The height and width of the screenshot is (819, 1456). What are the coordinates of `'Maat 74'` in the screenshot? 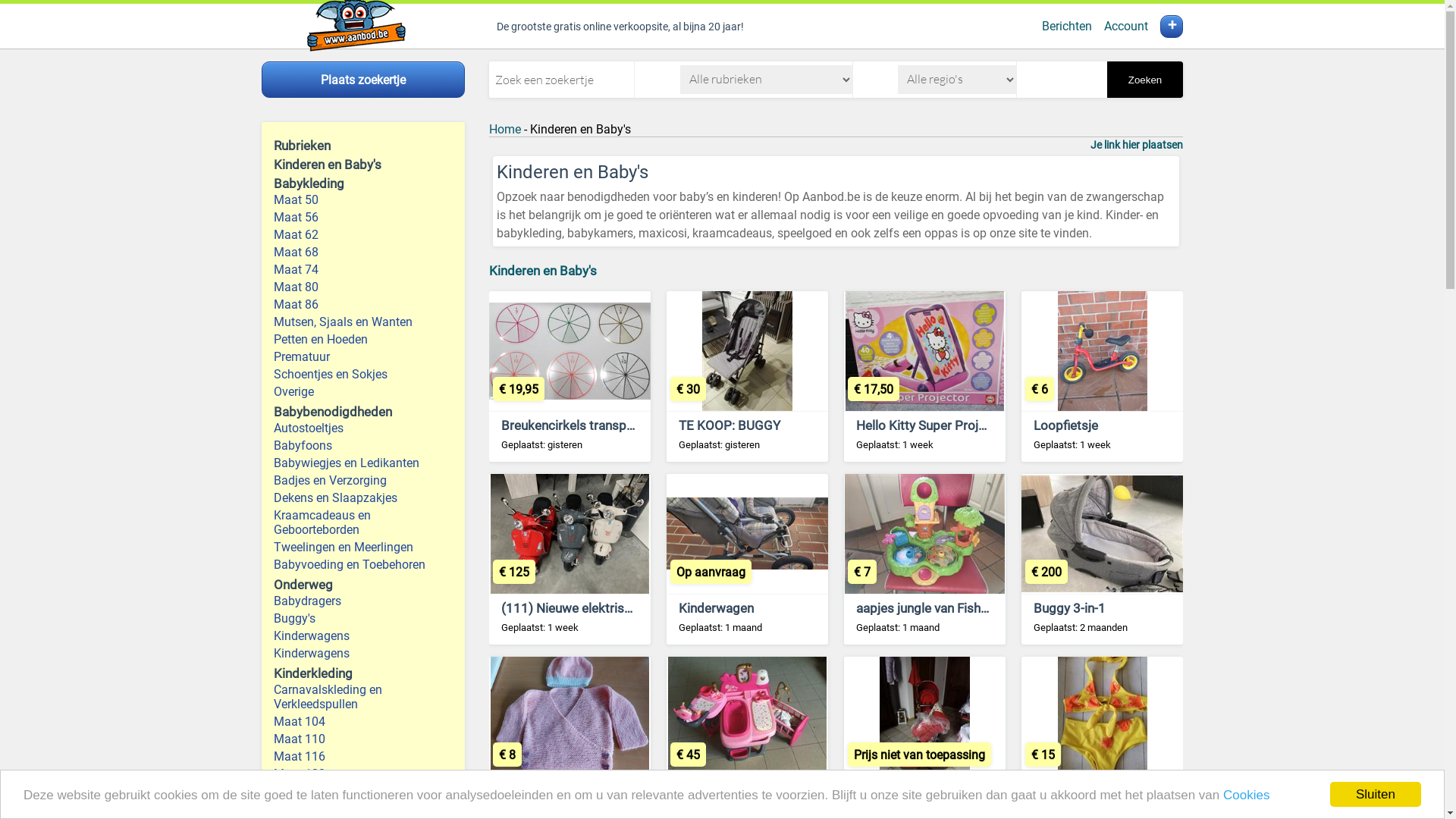 It's located at (362, 268).